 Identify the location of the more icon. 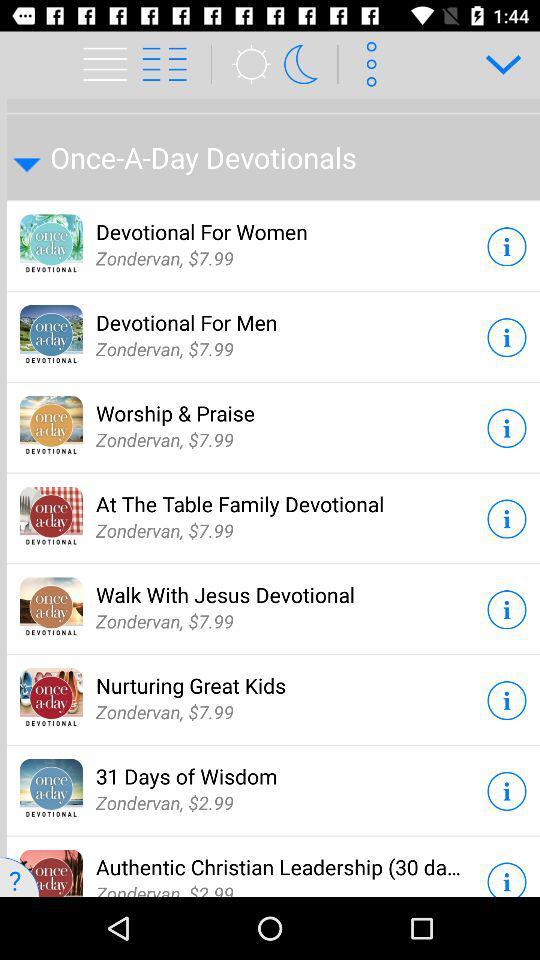
(367, 64).